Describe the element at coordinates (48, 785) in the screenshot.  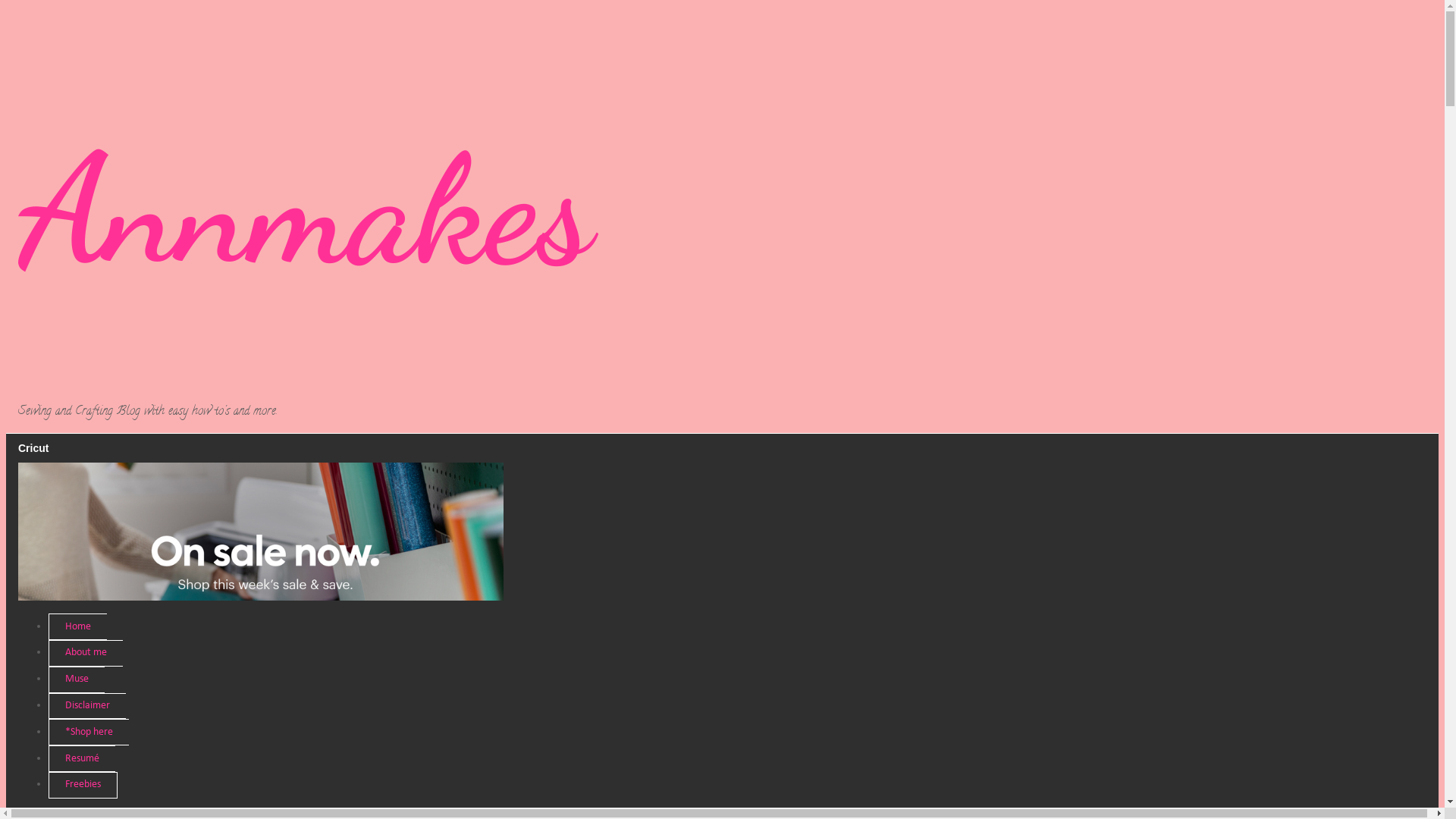
I see `'Freebies'` at that location.